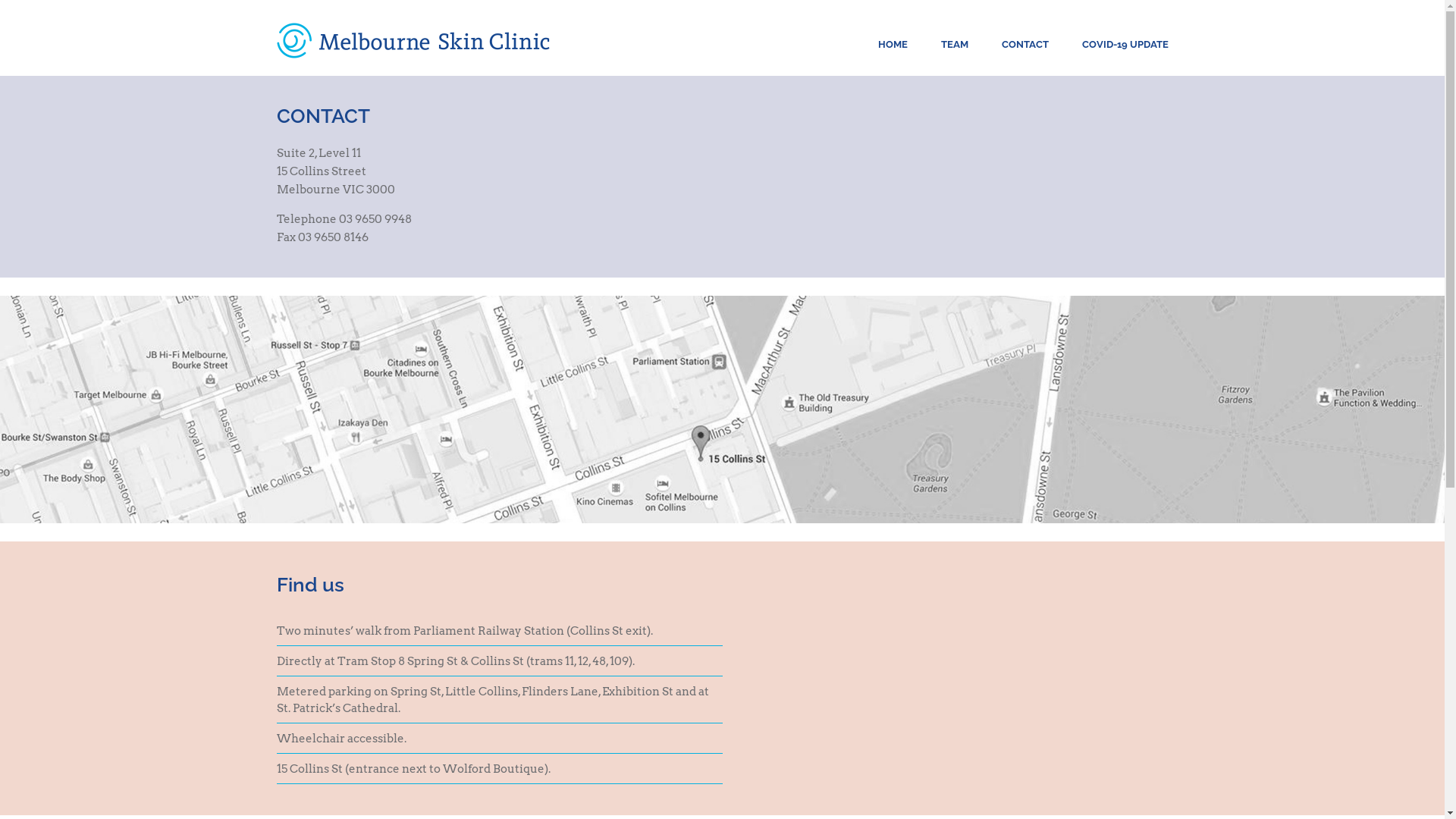  Describe the element at coordinates (1001, 43) in the screenshot. I see `'CONTACT'` at that location.